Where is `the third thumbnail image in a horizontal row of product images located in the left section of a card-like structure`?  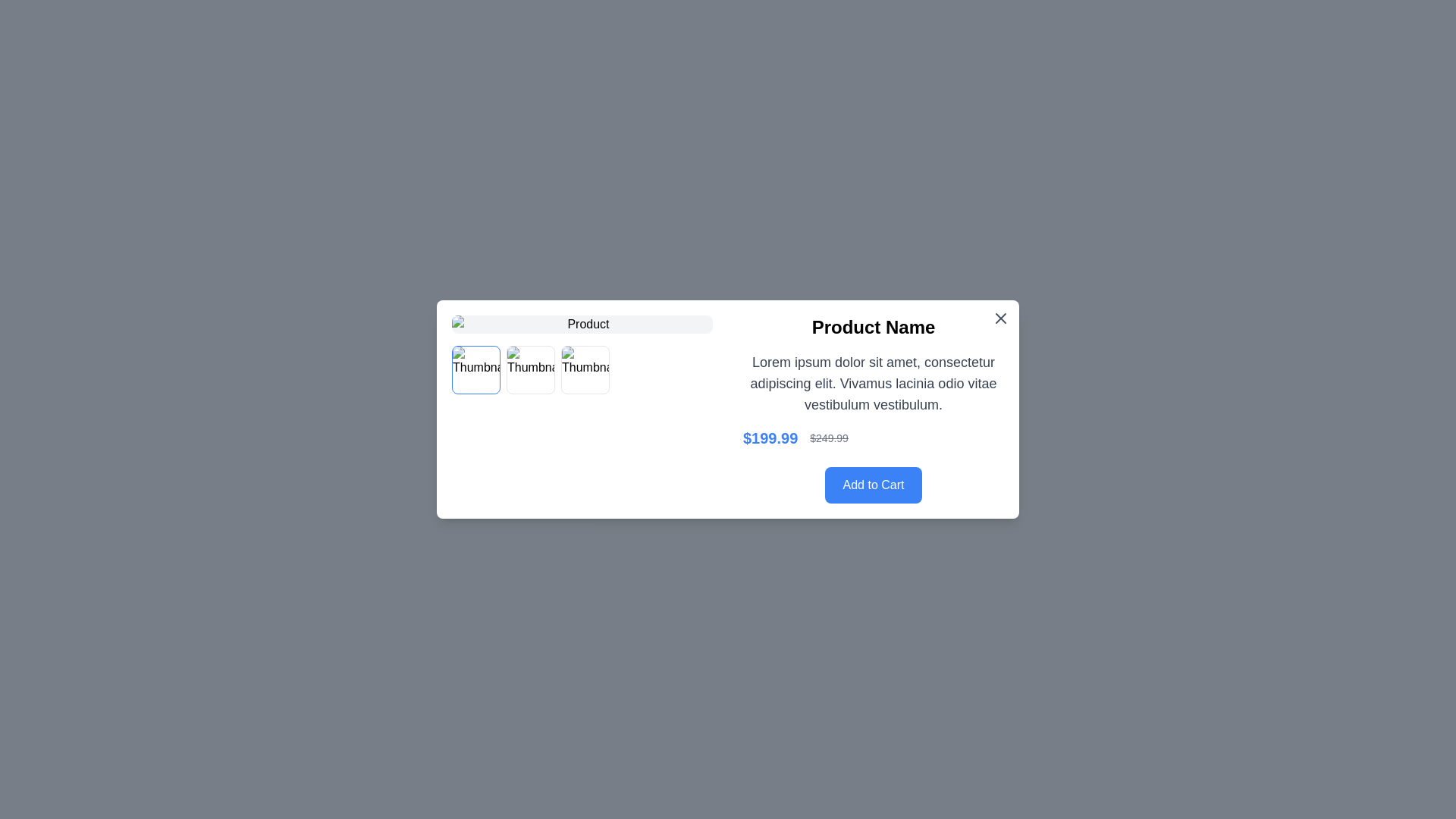
the third thumbnail image in a horizontal row of product images located in the left section of a card-like structure is located at coordinates (585, 370).